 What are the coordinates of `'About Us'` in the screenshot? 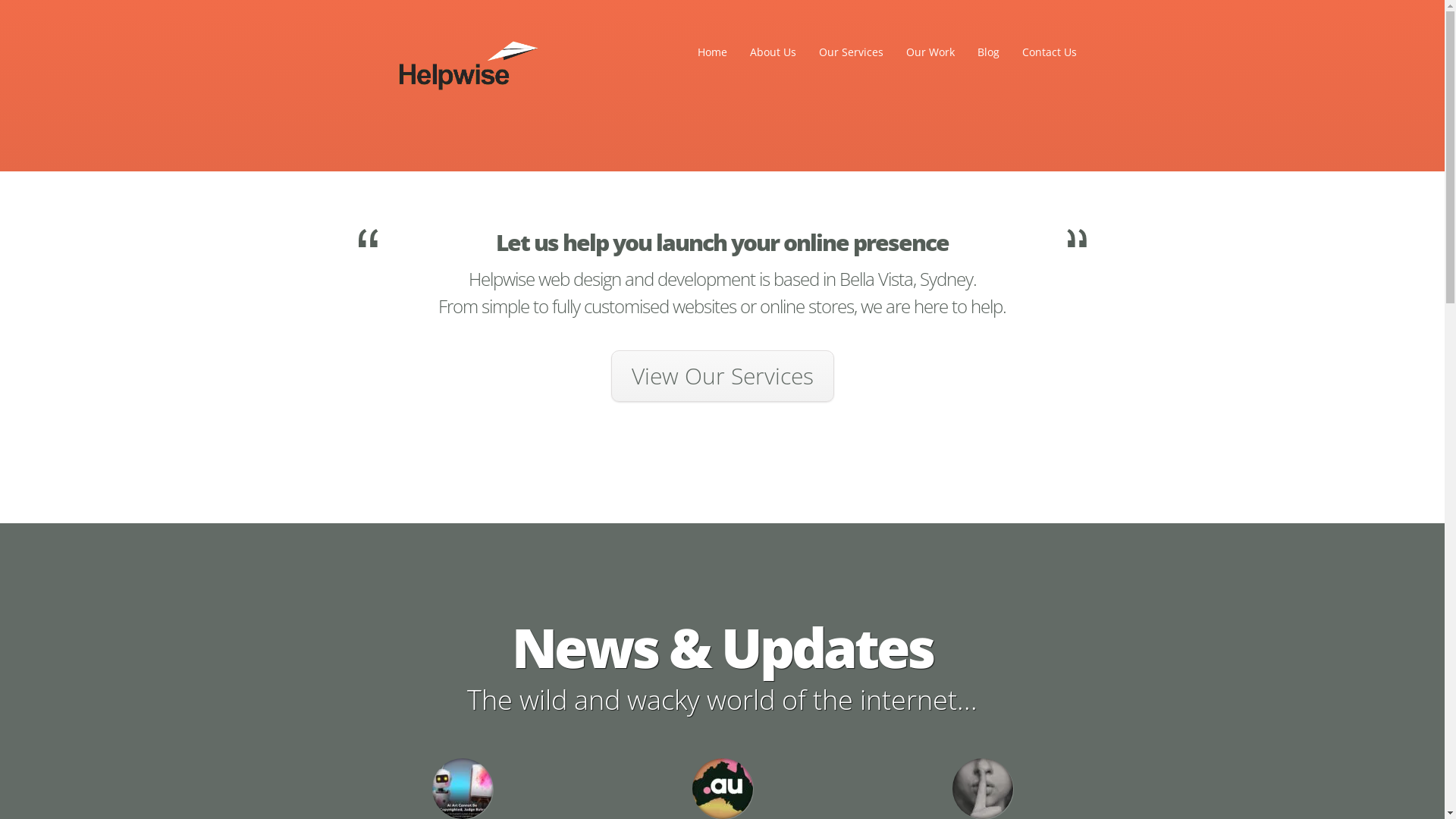 It's located at (773, 52).